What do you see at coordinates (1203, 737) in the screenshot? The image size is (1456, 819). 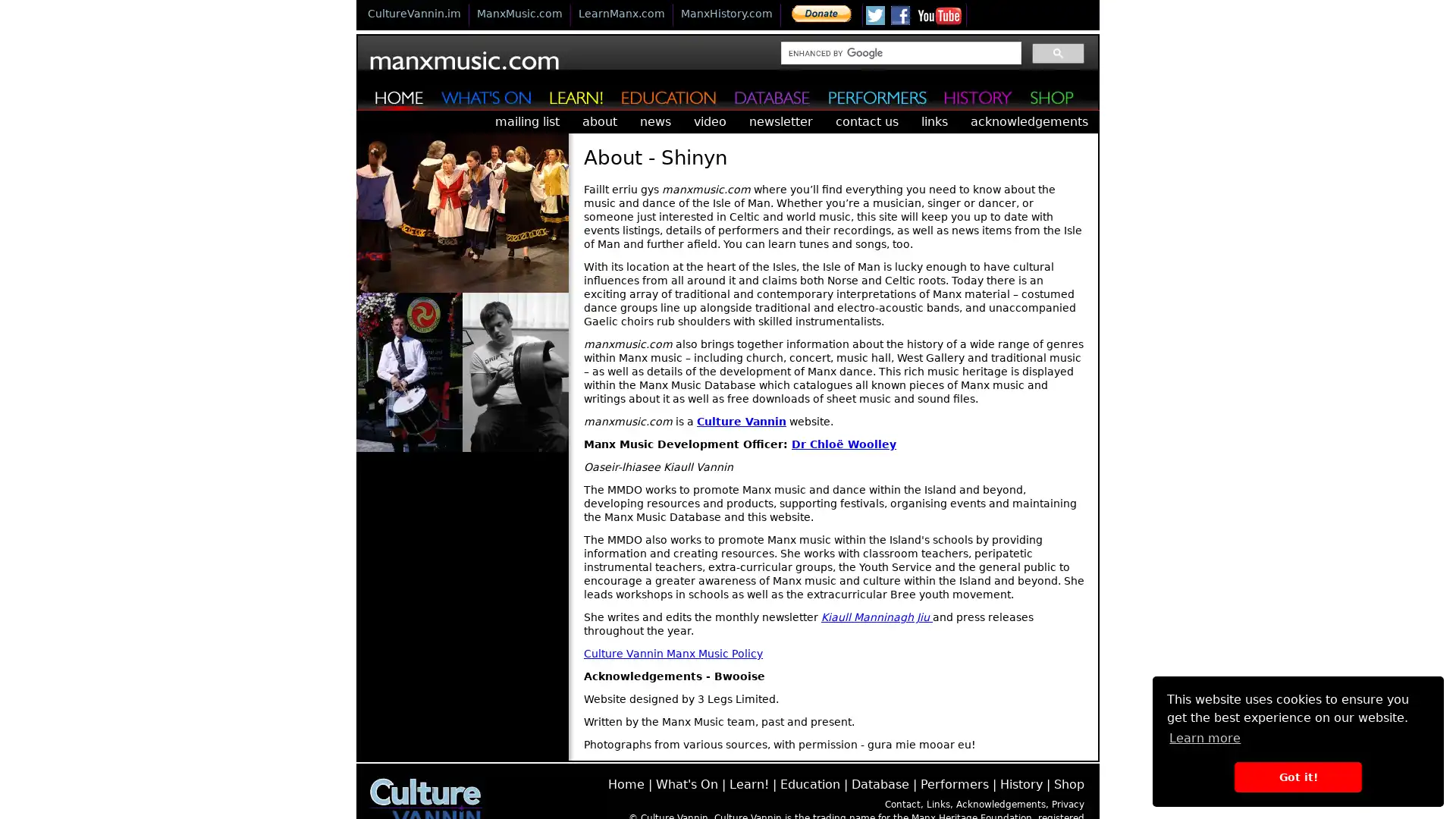 I see `learn more about cookies` at bounding box center [1203, 737].